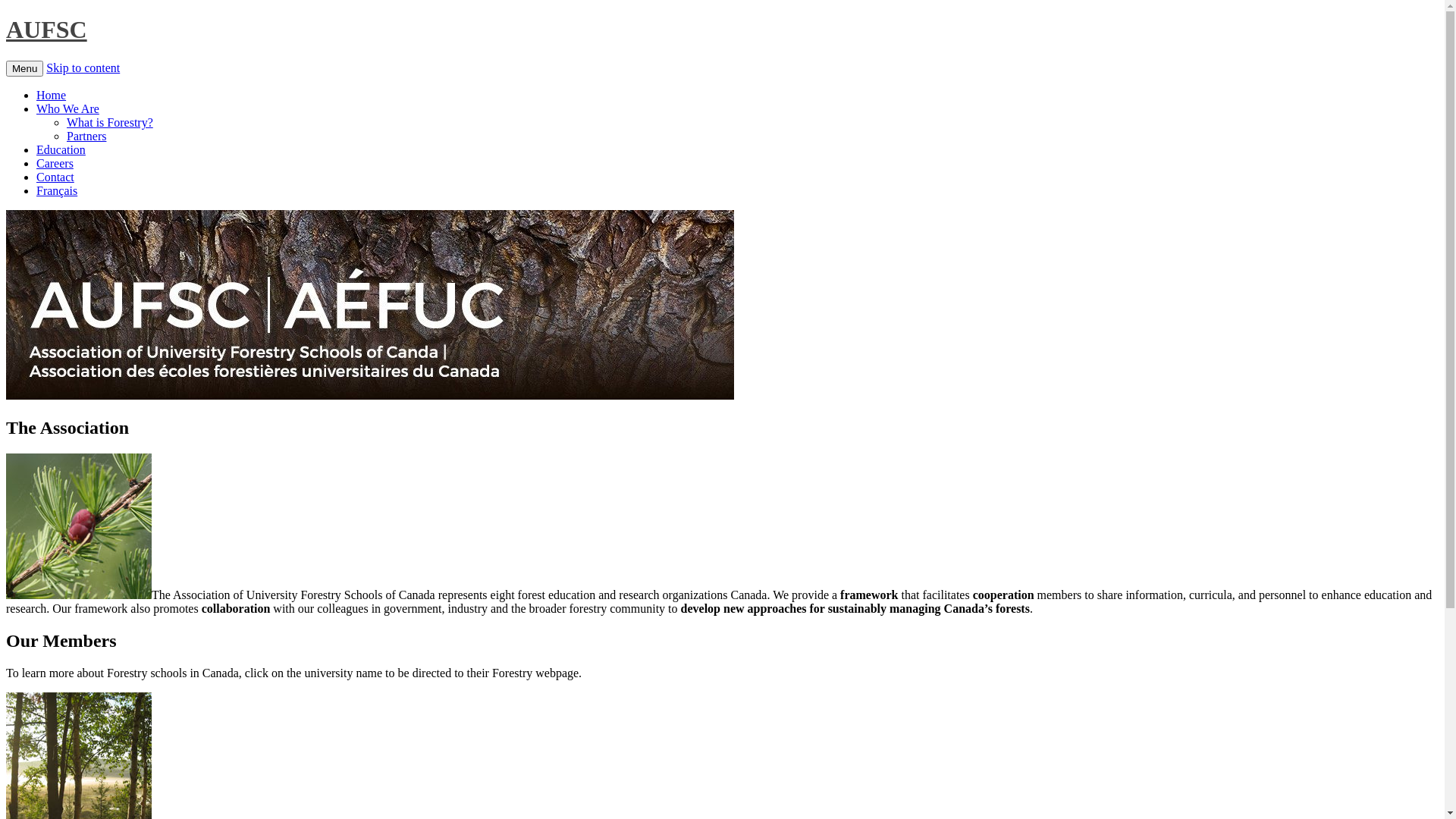  What do you see at coordinates (51, 95) in the screenshot?
I see `'Home'` at bounding box center [51, 95].